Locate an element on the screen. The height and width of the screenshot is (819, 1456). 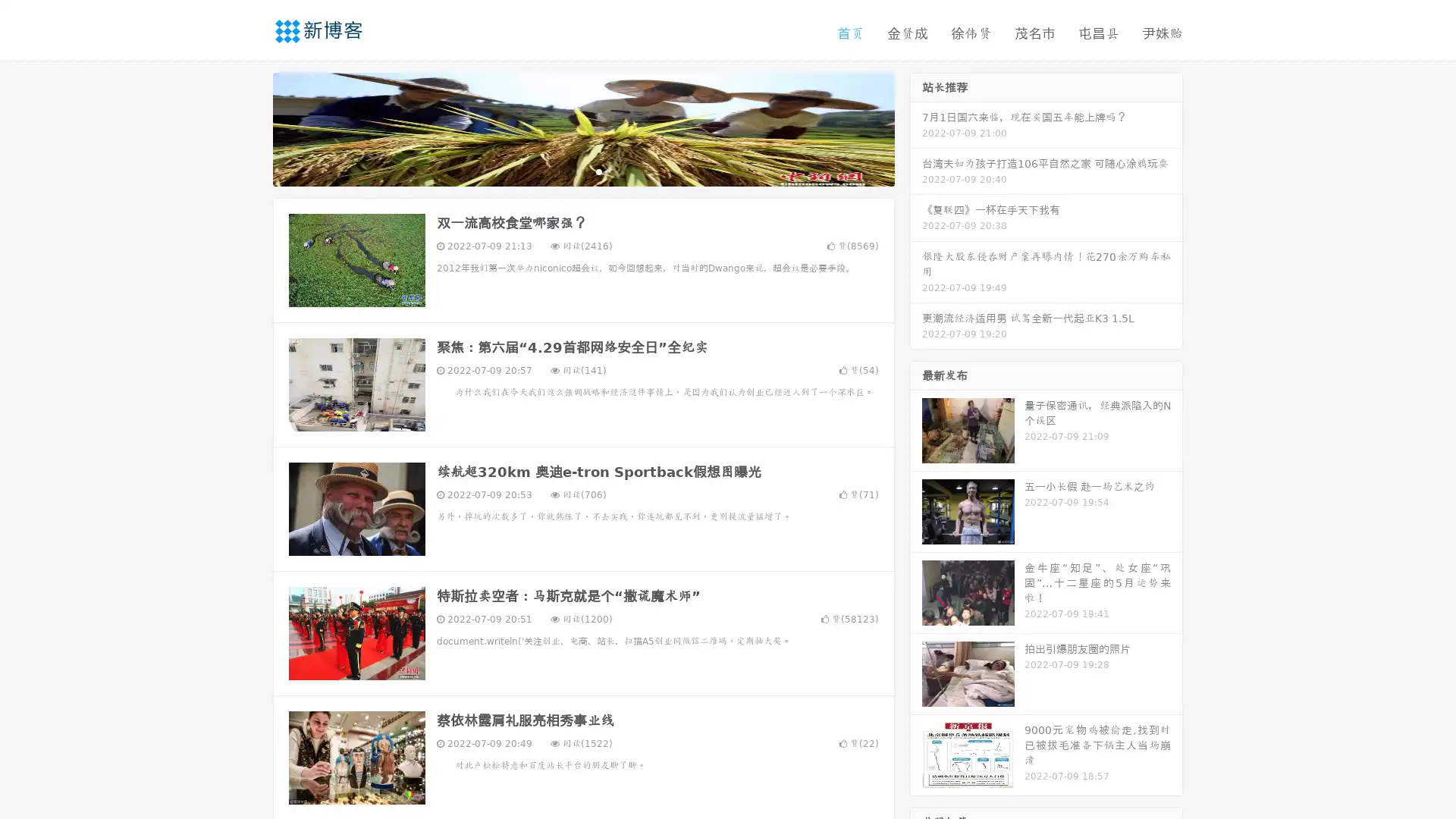
Go to slide 3 is located at coordinates (598, 171).